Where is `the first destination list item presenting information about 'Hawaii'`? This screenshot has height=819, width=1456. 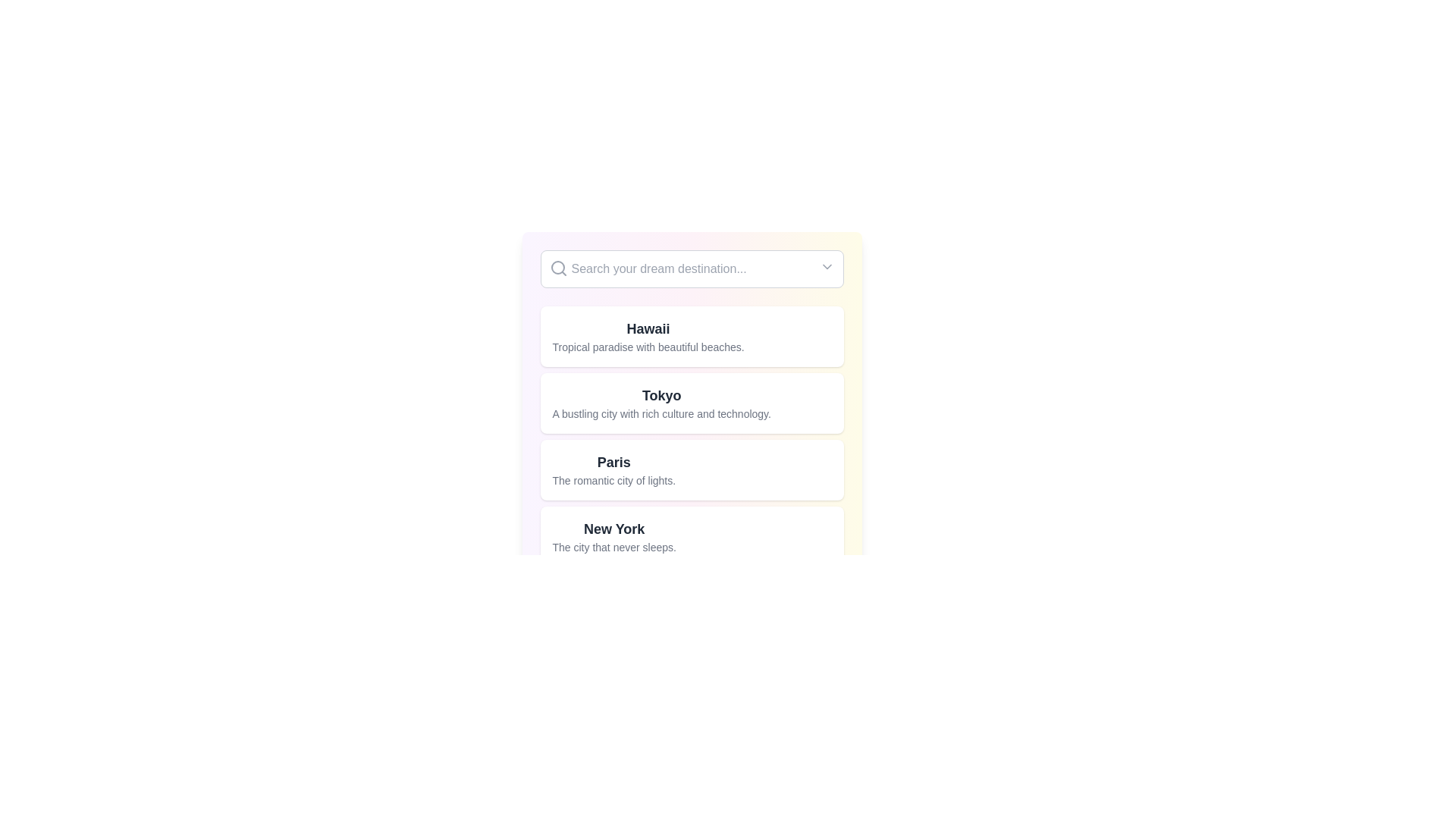 the first destination list item presenting information about 'Hawaii' is located at coordinates (648, 335).